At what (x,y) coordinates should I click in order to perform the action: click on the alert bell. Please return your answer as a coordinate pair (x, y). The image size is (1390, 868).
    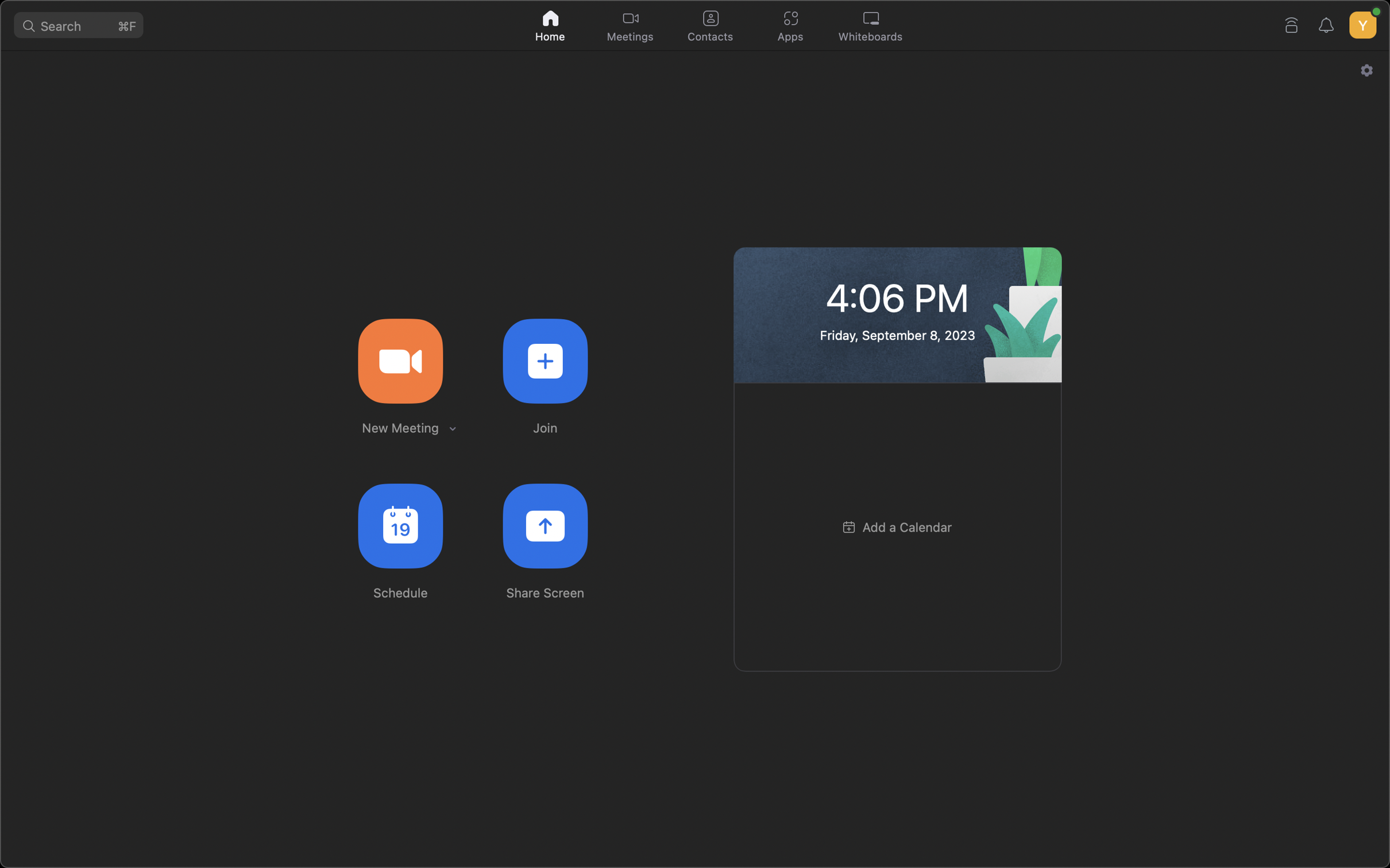
    Looking at the image, I should click on (1328, 24).